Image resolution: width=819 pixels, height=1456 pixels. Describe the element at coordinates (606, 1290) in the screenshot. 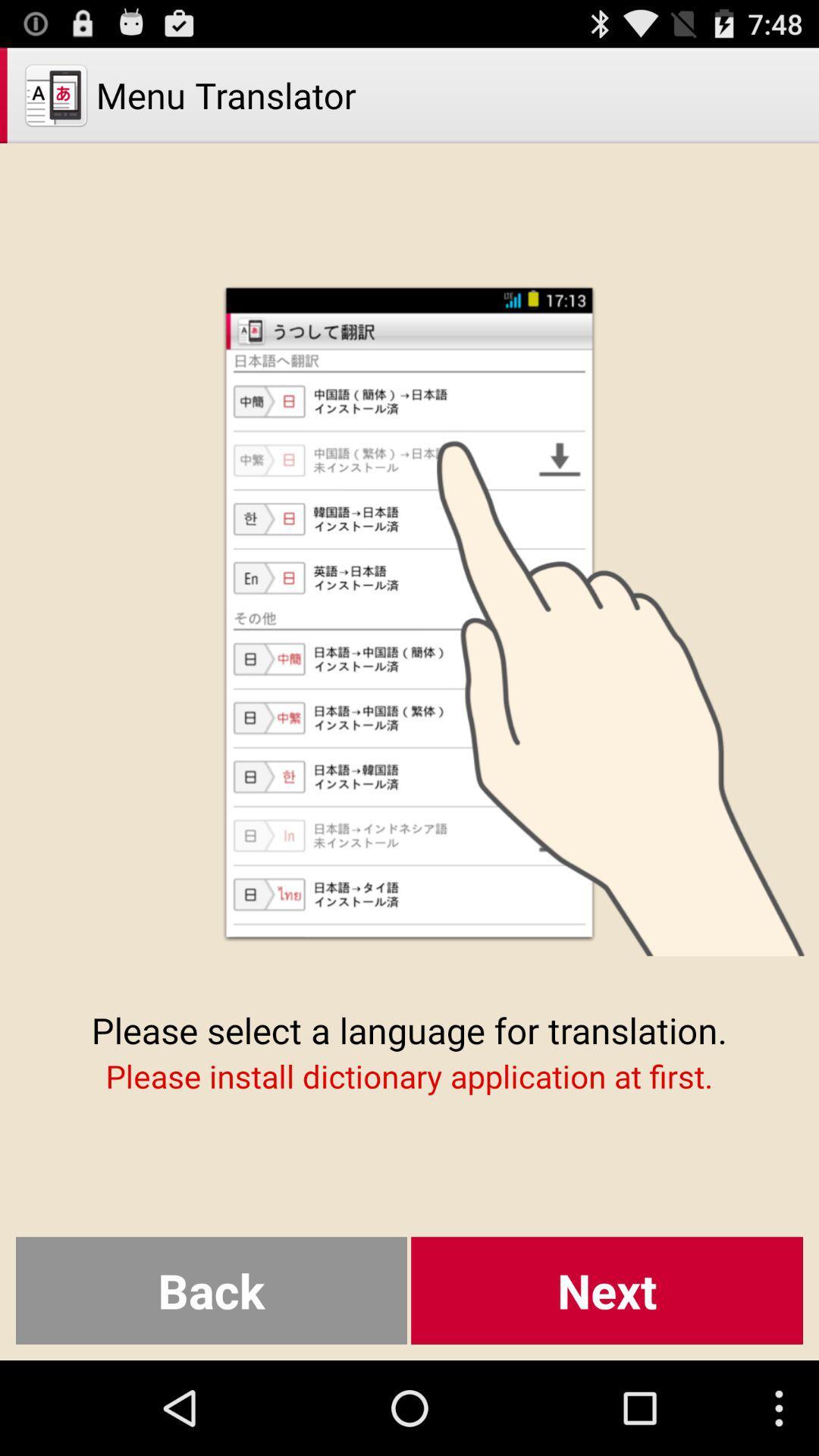

I see `button next to the back` at that location.